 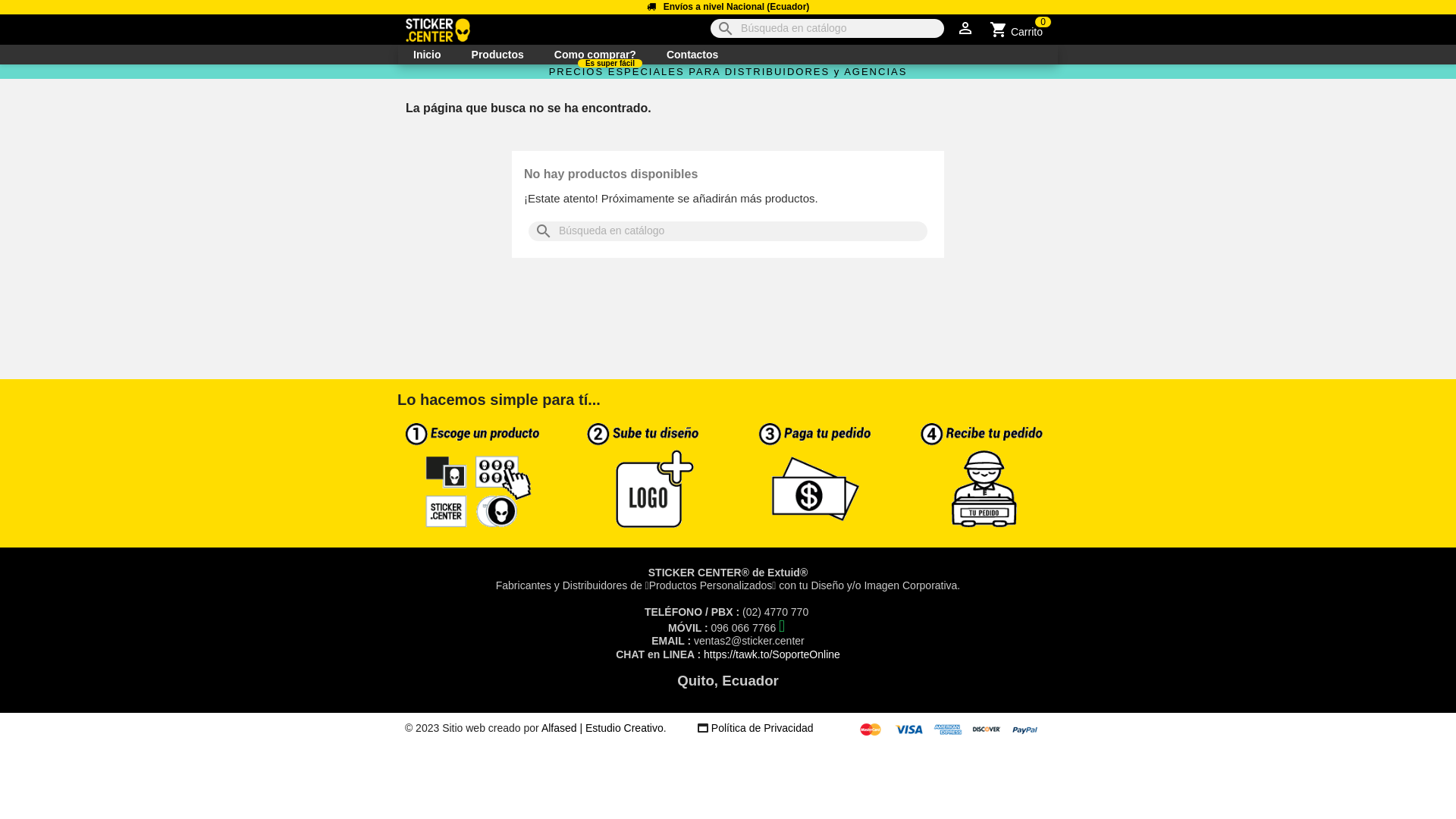 What do you see at coordinates (455, 54) in the screenshot?
I see `'Productos'` at bounding box center [455, 54].